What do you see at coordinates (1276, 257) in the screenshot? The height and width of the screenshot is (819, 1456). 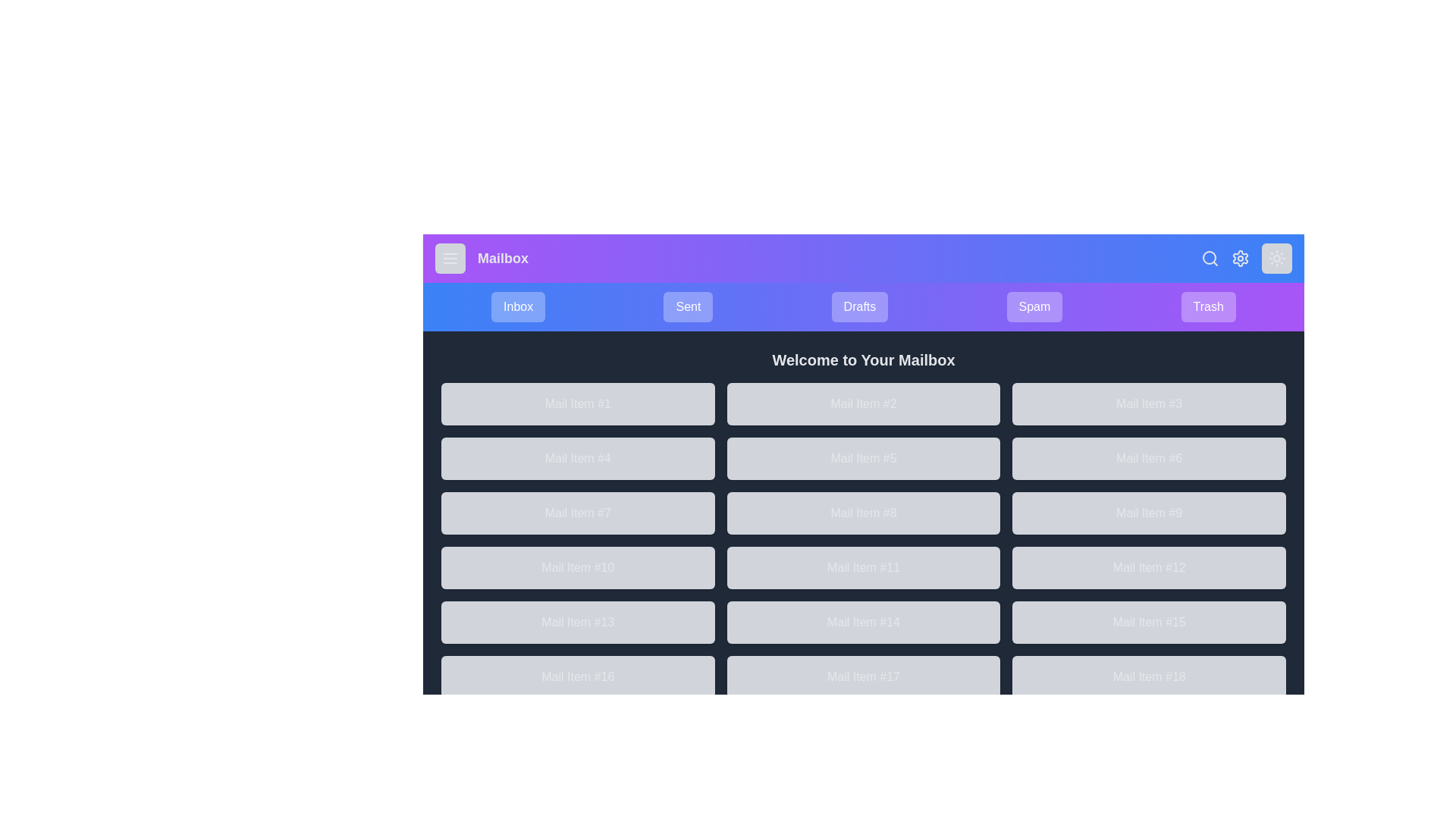 I see `the navigation or action element Theme Toggle` at bounding box center [1276, 257].